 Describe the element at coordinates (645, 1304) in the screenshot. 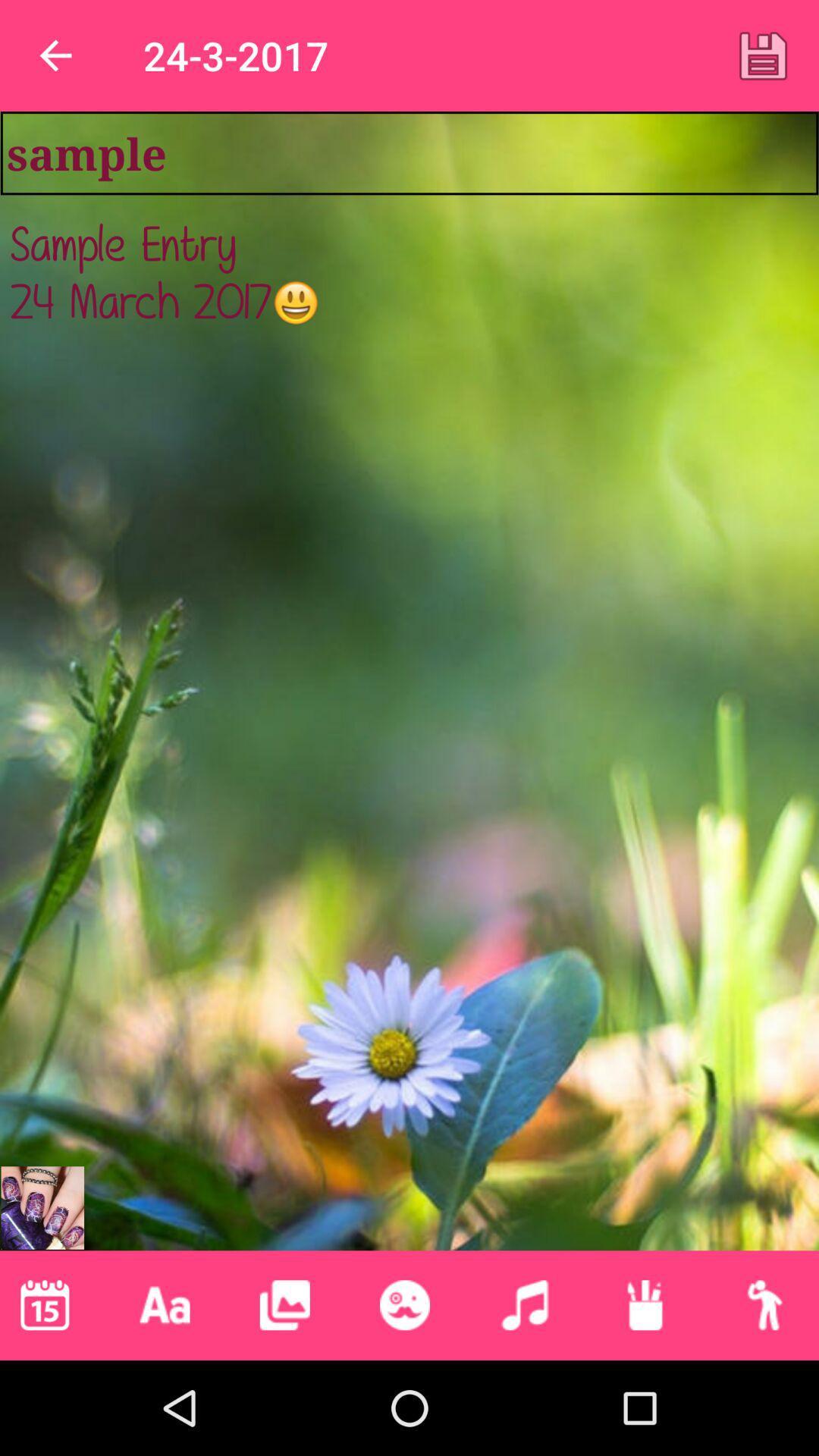

I see `the date_range icon` at that location.